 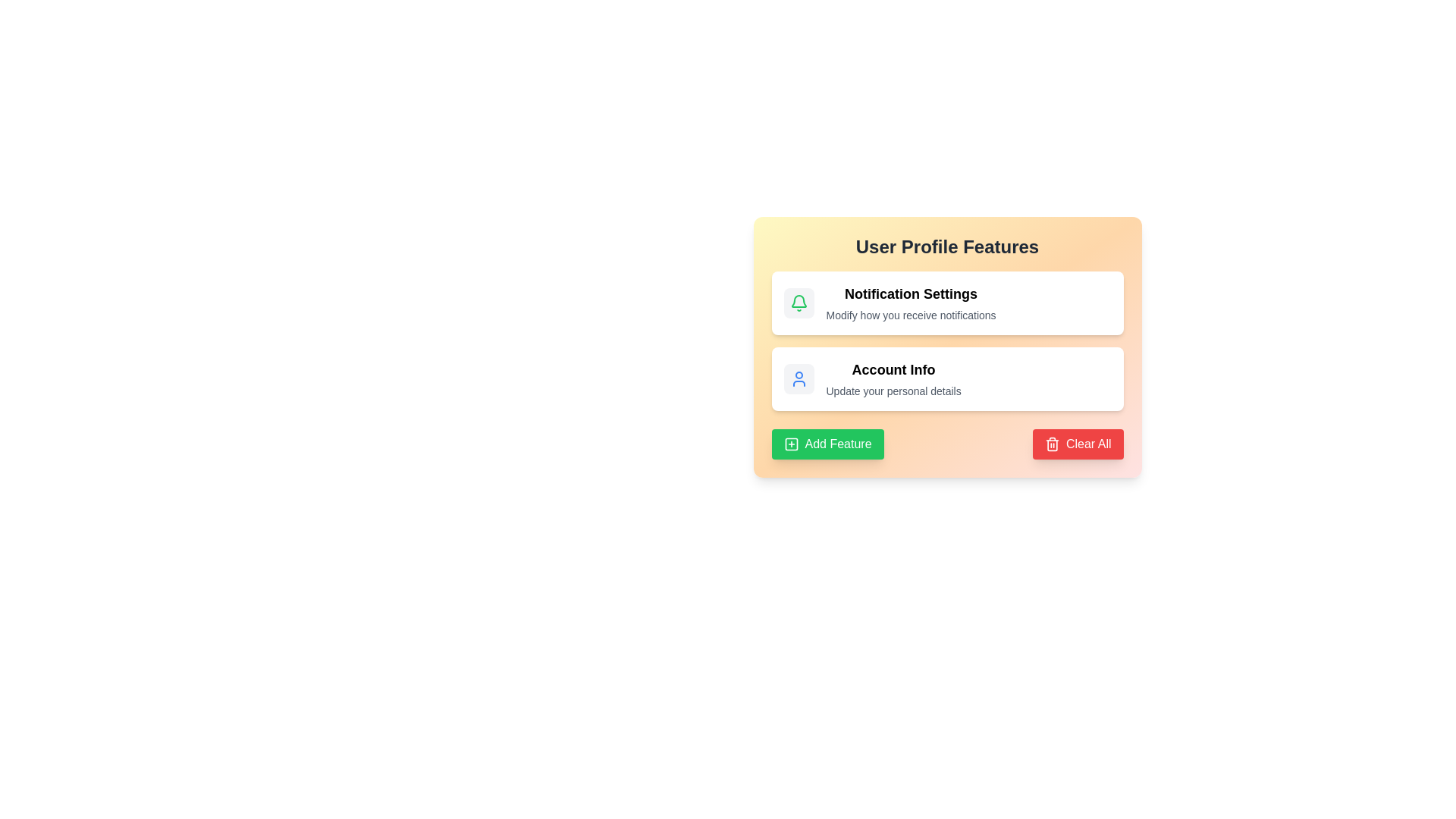 I want to click on text label that is styled in gray color and located below the 'Notification Settings' heading in the card layout, so click(x=910, y=315).